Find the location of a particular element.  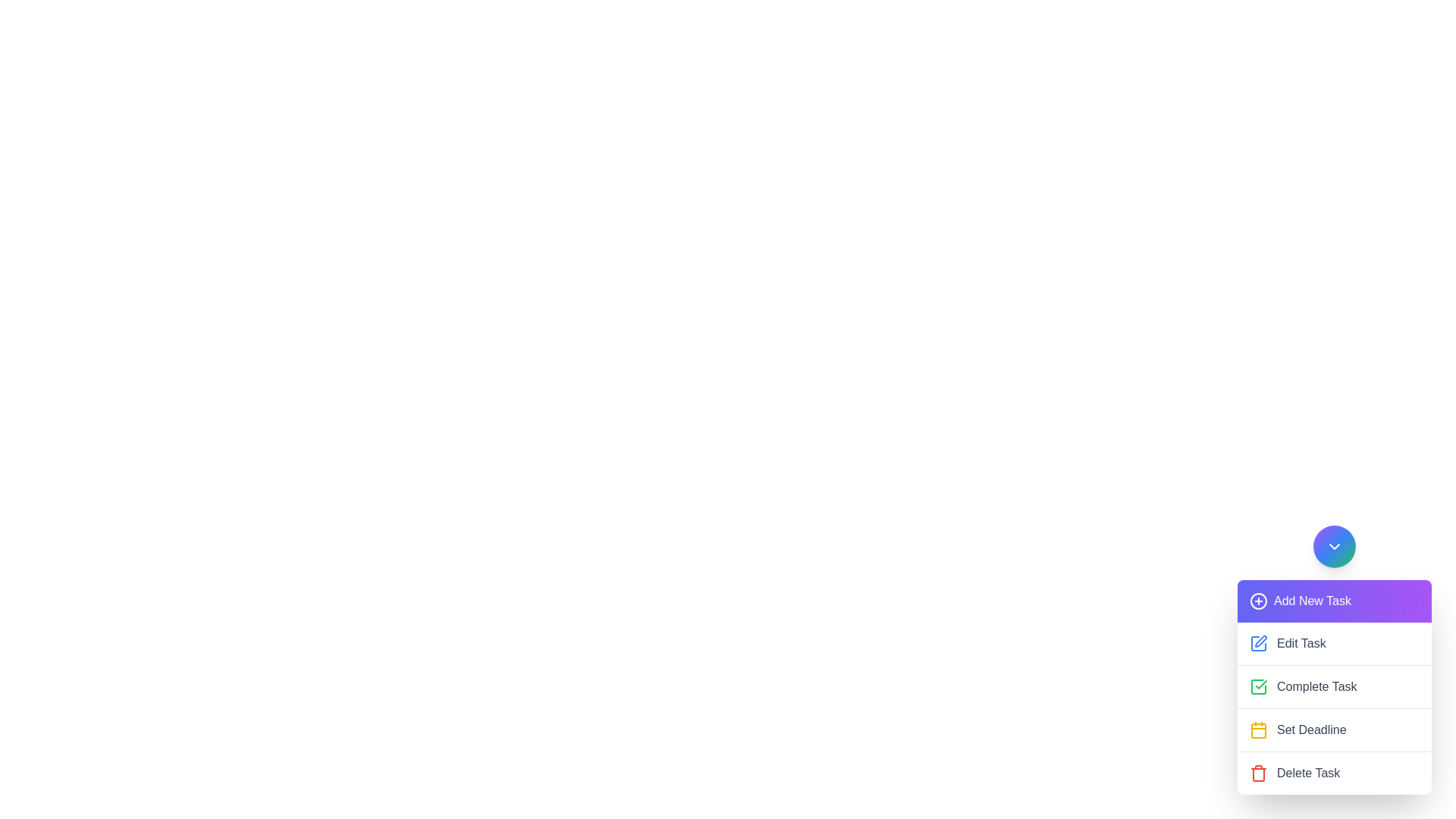

the 'Add New Task' text label, which is styled with white text on a purple-to-indigo gradient background, located to the right of a plus icon in the topmost row of the options menu is located at coordinates (1312, 601).